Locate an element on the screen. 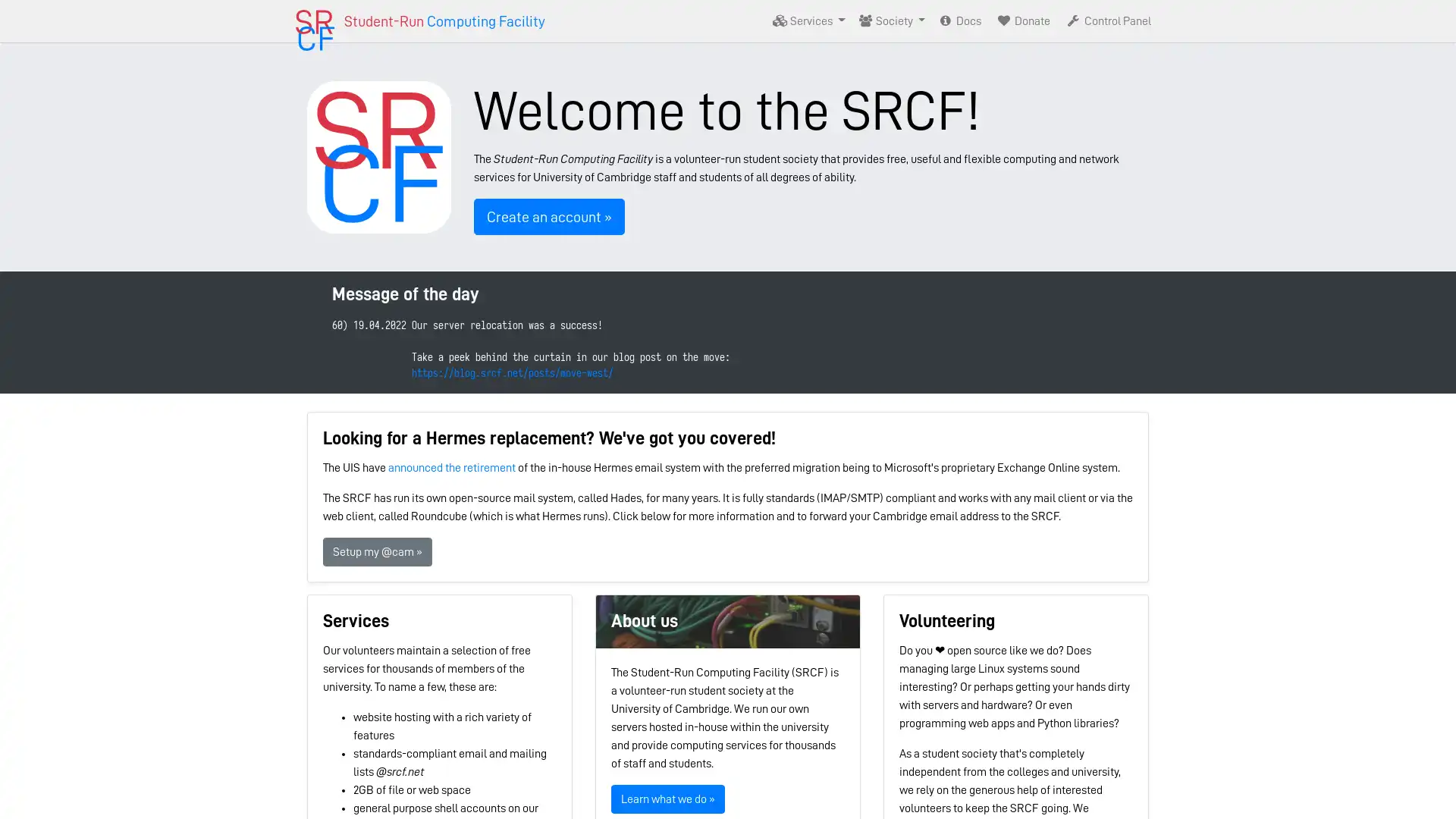 The height and width of the screenshot is (819, 1456). Create an account is located at coordinates (548, 216).